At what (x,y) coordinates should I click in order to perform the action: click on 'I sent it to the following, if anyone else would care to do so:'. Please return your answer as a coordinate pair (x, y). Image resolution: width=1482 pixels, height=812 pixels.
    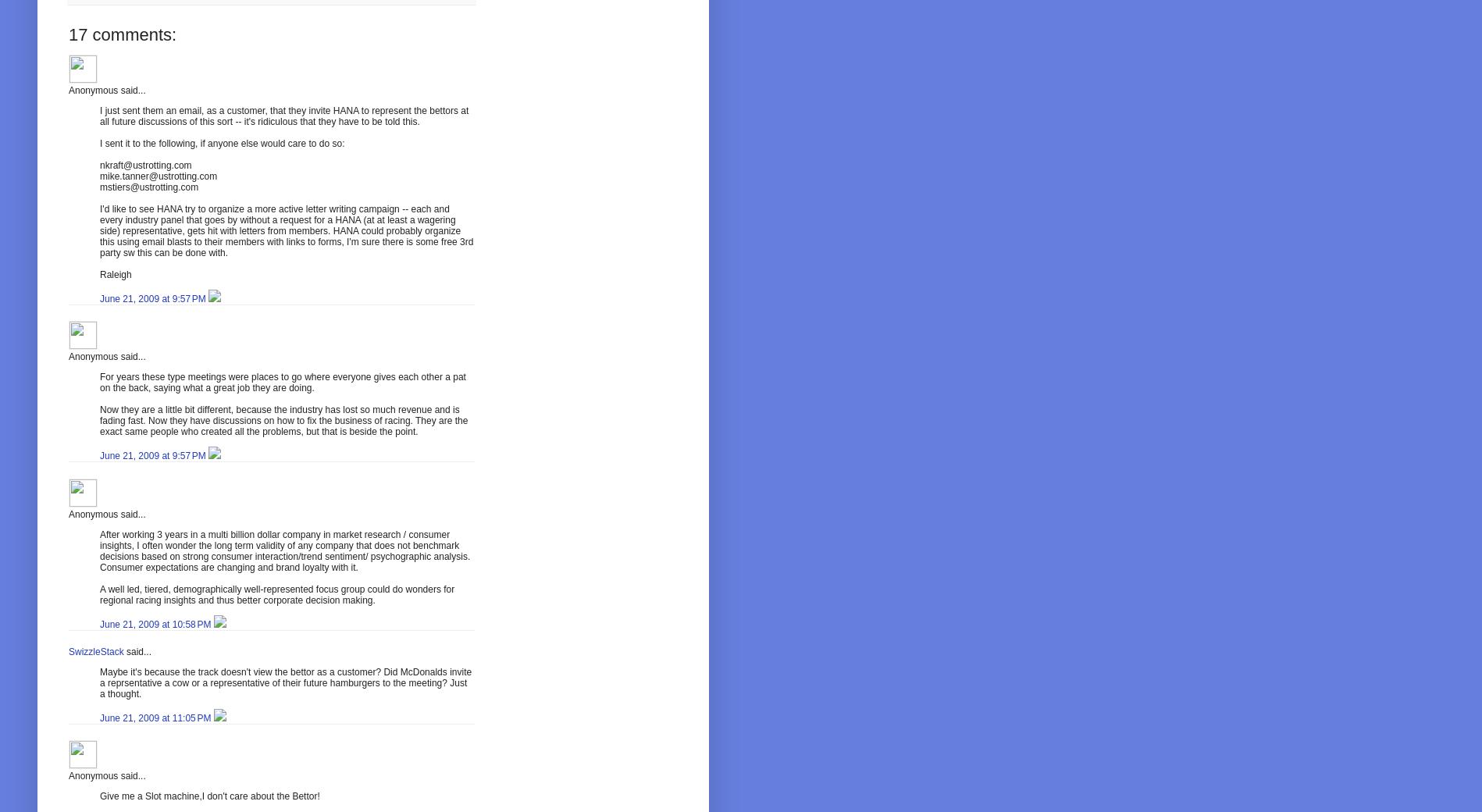
    Looking at the image, I should click on (221, 143).